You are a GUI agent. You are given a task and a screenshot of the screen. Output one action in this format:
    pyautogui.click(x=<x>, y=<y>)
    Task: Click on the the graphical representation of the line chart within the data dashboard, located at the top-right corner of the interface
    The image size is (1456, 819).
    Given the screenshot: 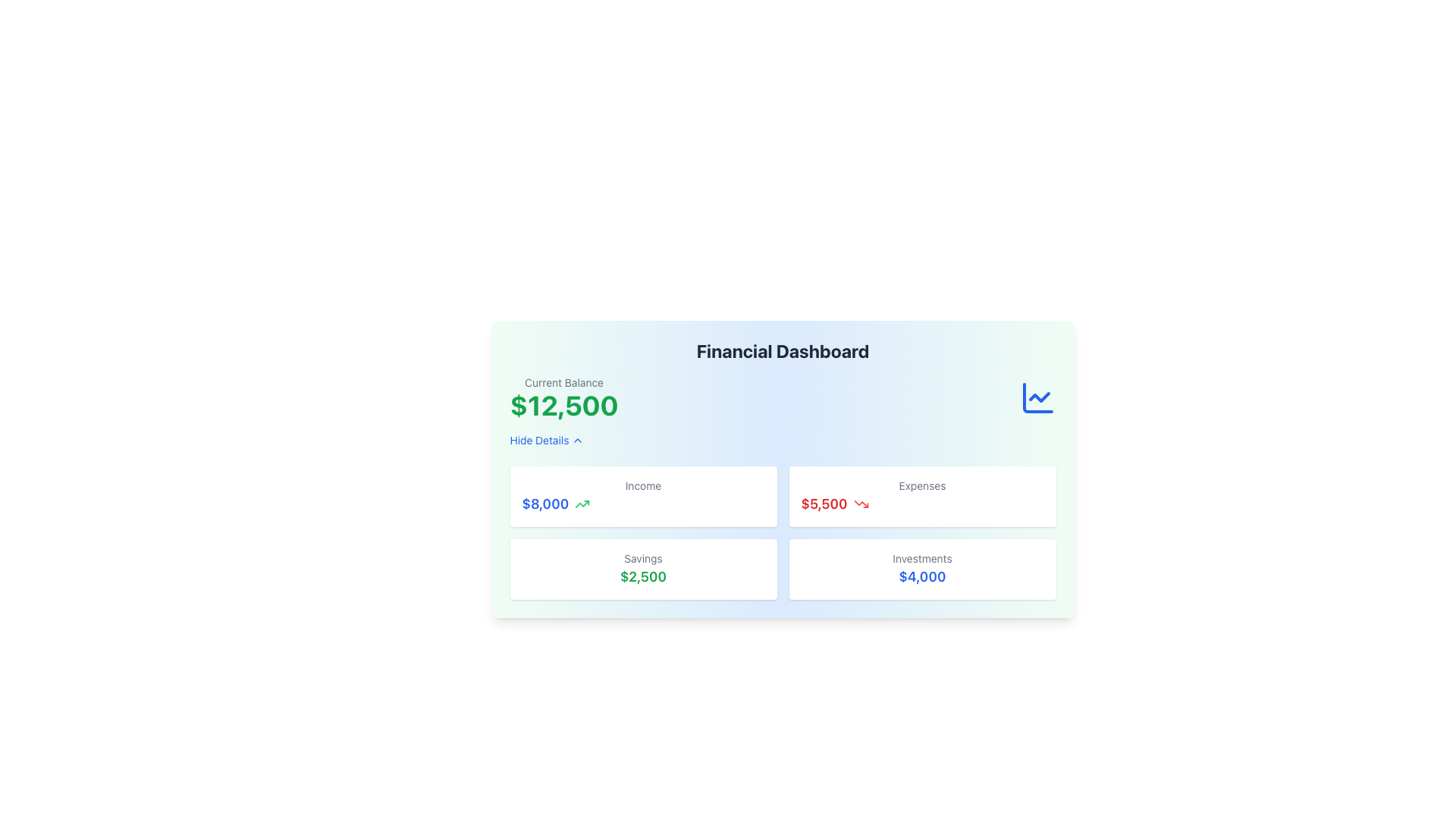 What is the action you would take?
    pyautogui.click(x=1038, y=397)
    